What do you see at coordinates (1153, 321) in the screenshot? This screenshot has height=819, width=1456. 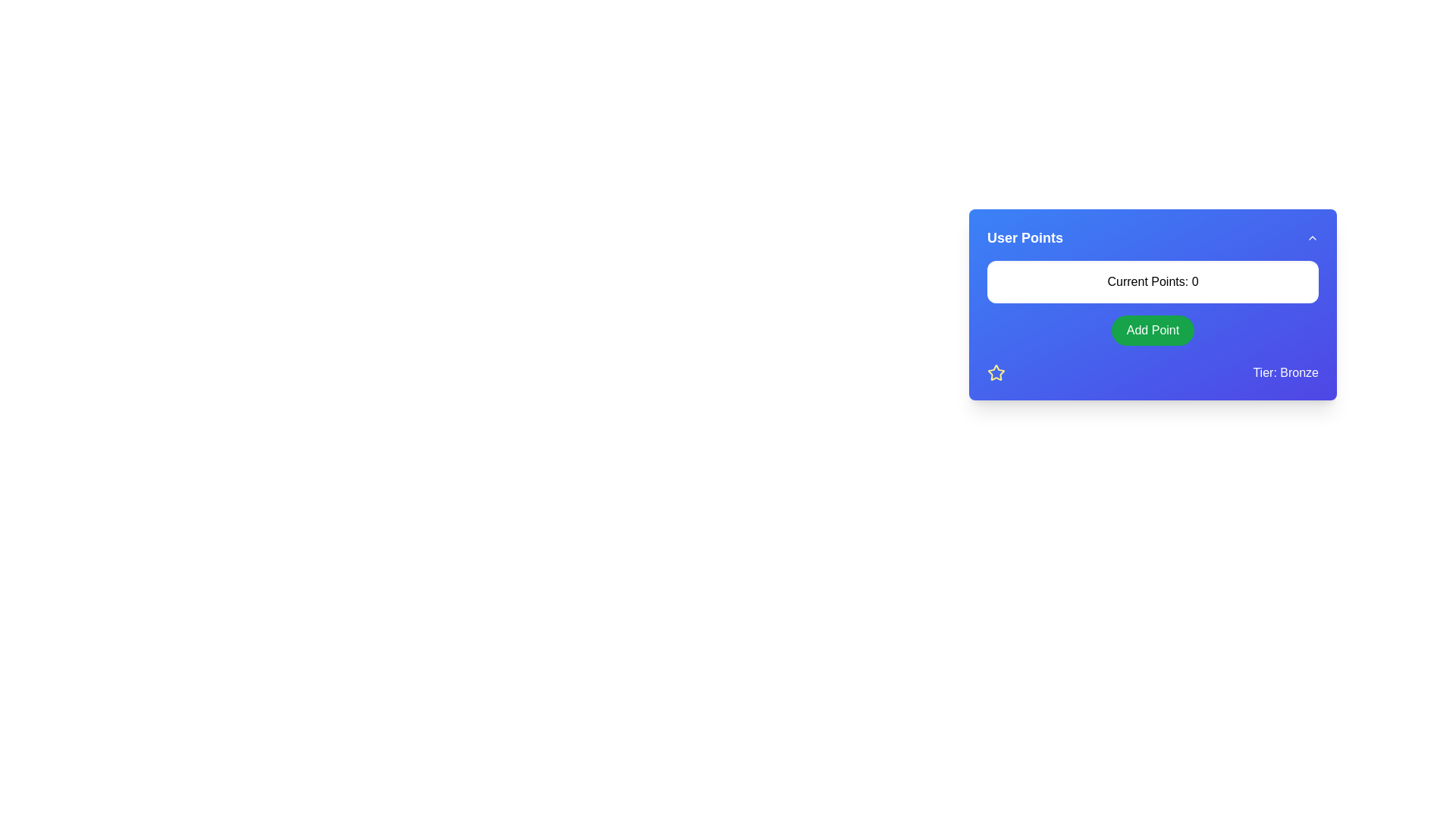 I see `the 'Add Point' button in the User Points section for a visual effect` at bounding box center [1153, 321].